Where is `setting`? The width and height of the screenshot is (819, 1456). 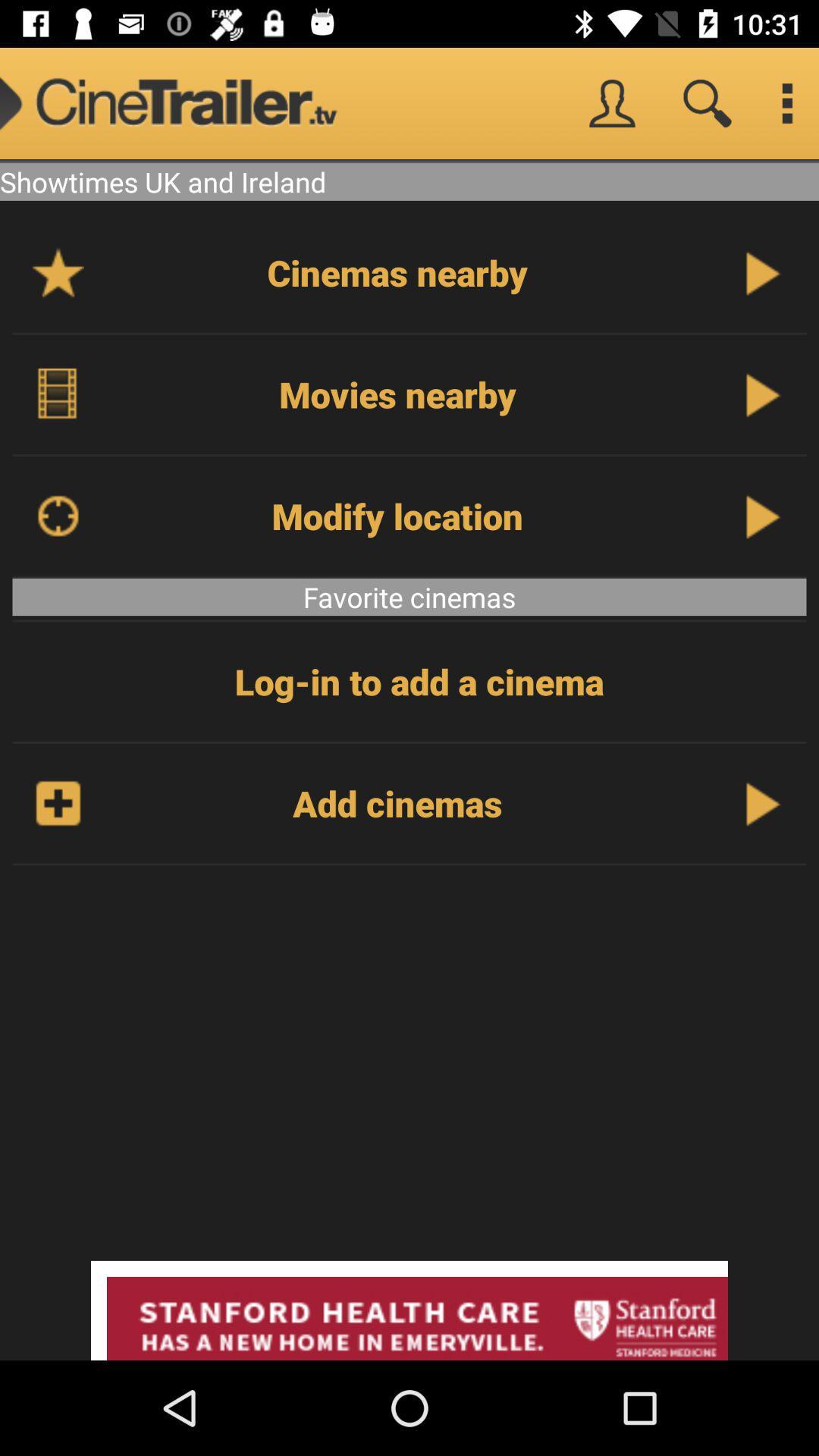 setting is located at coordinates (786, 102).